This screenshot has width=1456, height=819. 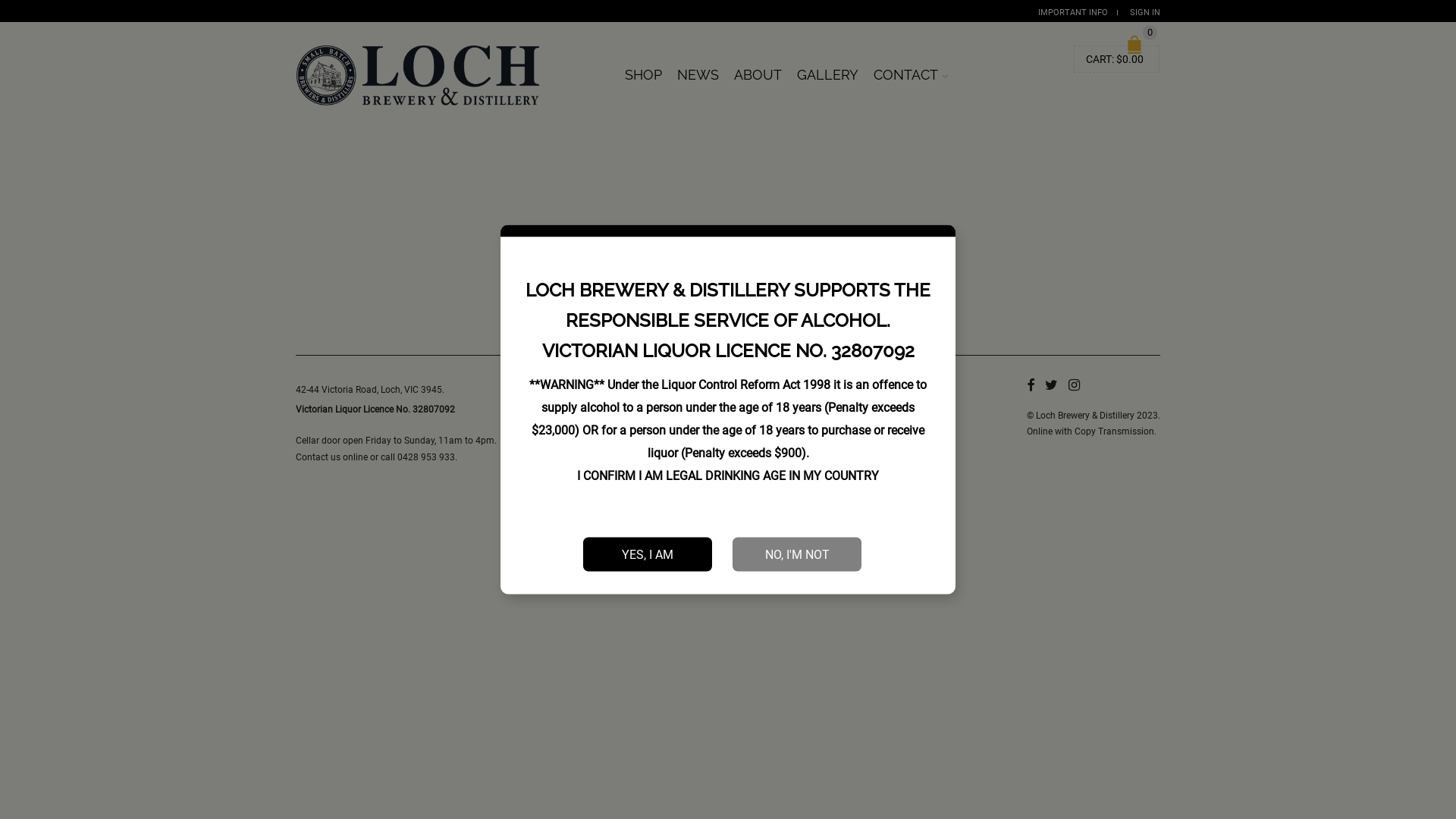 I want to click on 'CONTACT', so click(x=910, y=75).